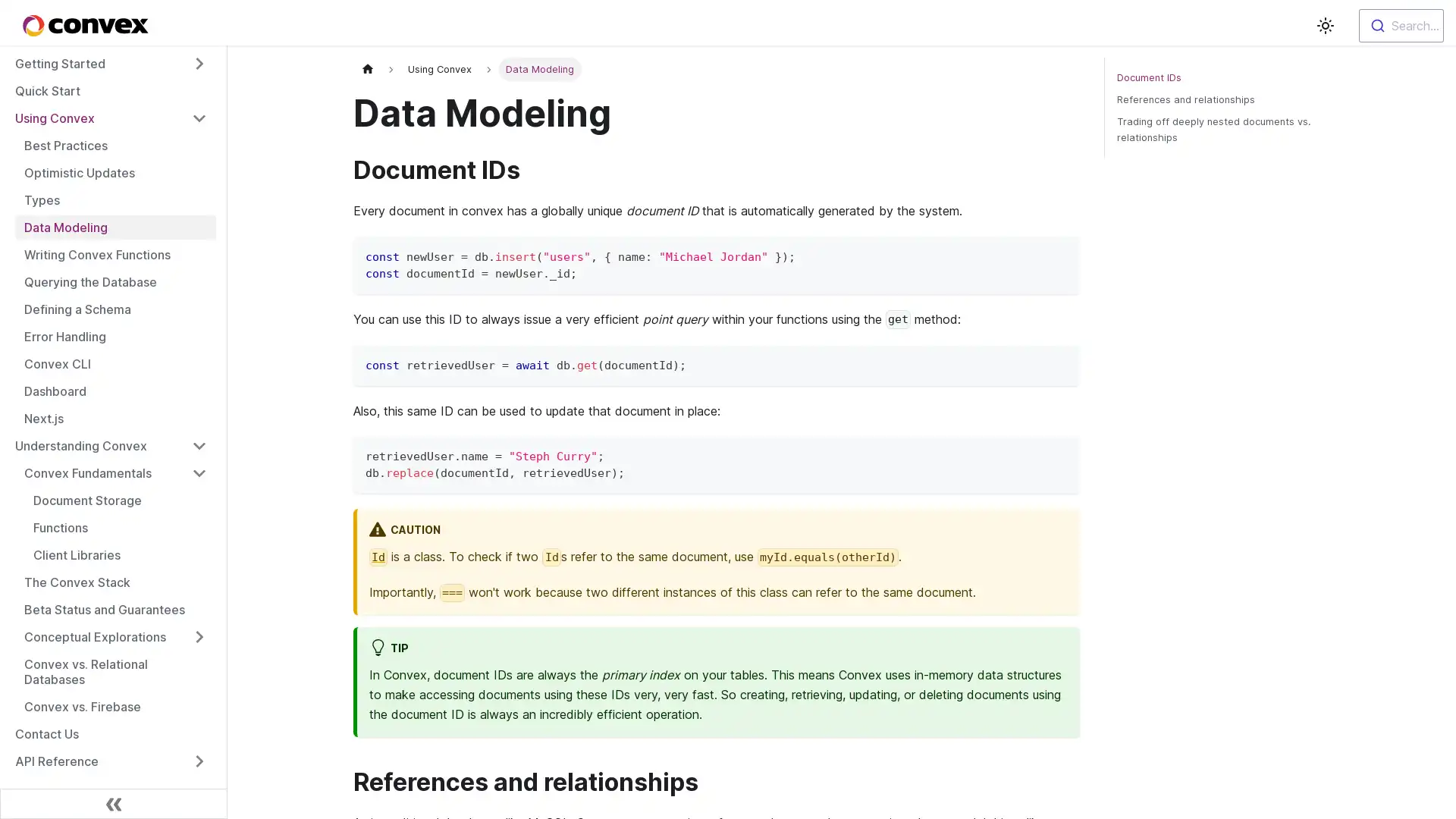  Describe the element at coordinates (1324, 26) in the screenshot. I see `Switch between dark and light mode (currently light mode)` at that location.